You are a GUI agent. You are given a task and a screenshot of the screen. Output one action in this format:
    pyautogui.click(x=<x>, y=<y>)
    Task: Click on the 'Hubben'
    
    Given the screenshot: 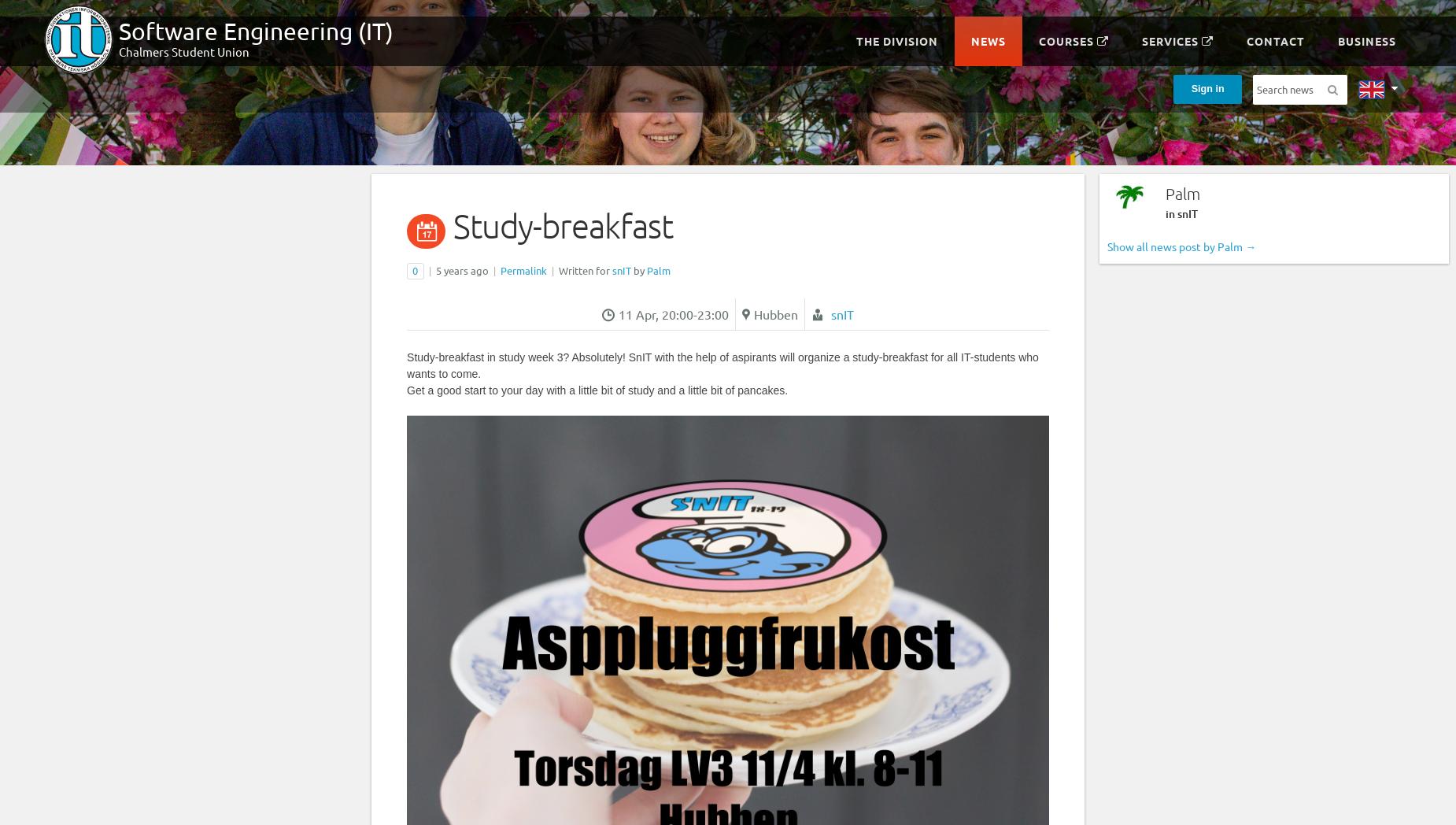 What is the action you would take?
    pyautogui.click(x=774, y=313)
    